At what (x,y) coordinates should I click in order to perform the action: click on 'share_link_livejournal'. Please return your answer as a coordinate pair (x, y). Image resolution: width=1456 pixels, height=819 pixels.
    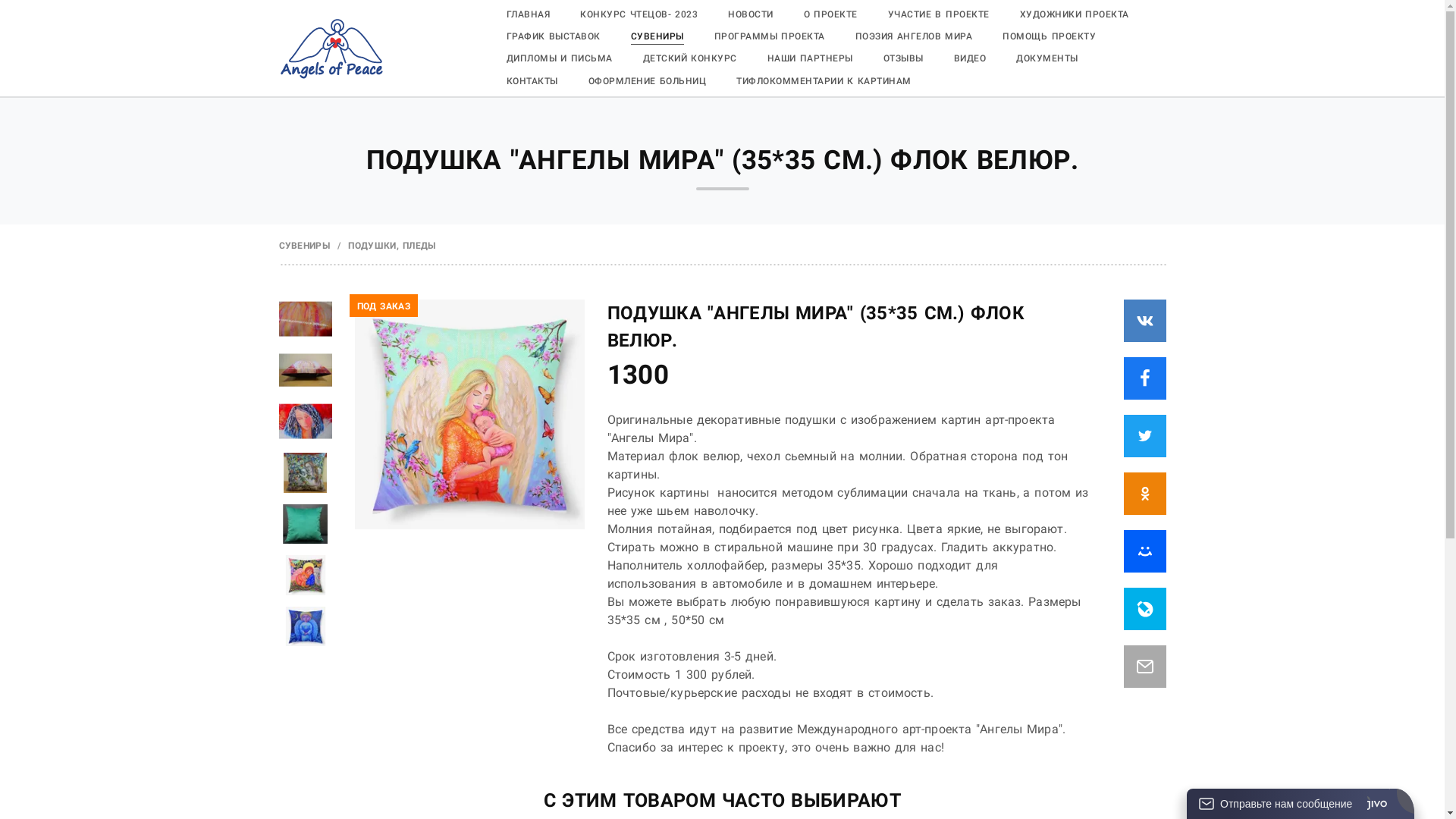
    Looking at the image, I should click on (1124, 607).